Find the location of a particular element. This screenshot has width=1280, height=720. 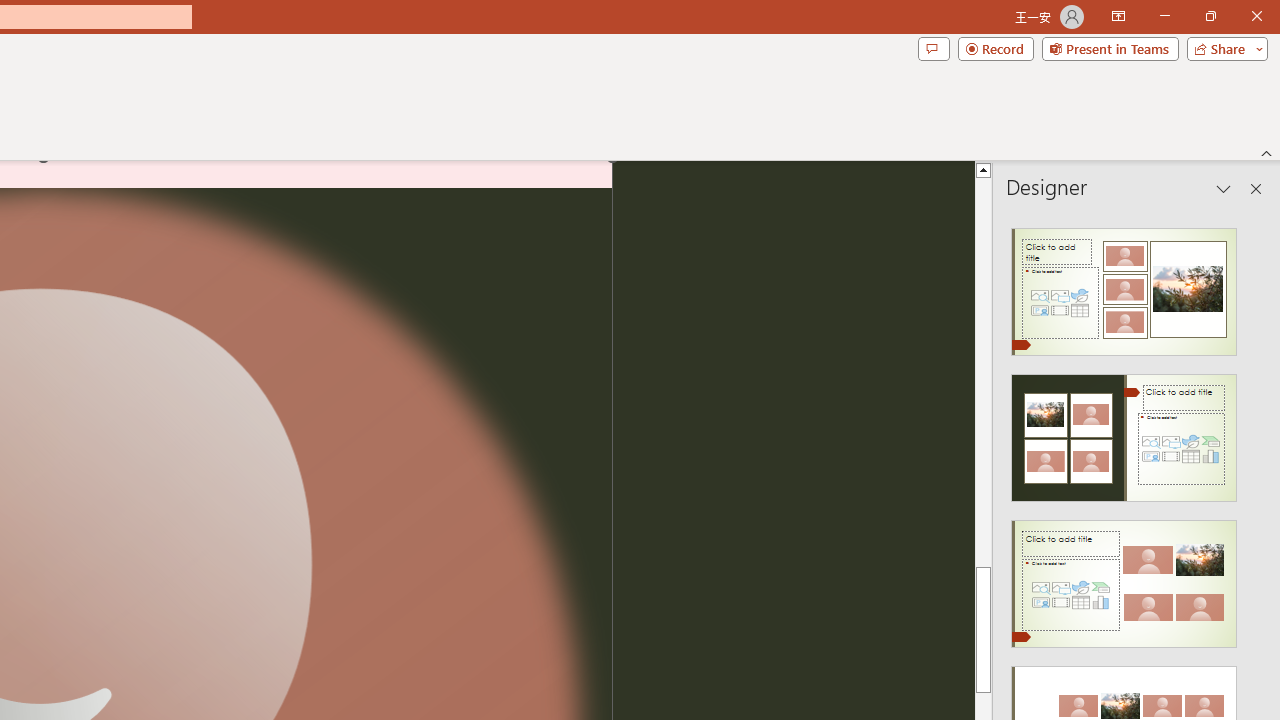

'Ribbon Display Options' is located at coordinates (1117, 16).